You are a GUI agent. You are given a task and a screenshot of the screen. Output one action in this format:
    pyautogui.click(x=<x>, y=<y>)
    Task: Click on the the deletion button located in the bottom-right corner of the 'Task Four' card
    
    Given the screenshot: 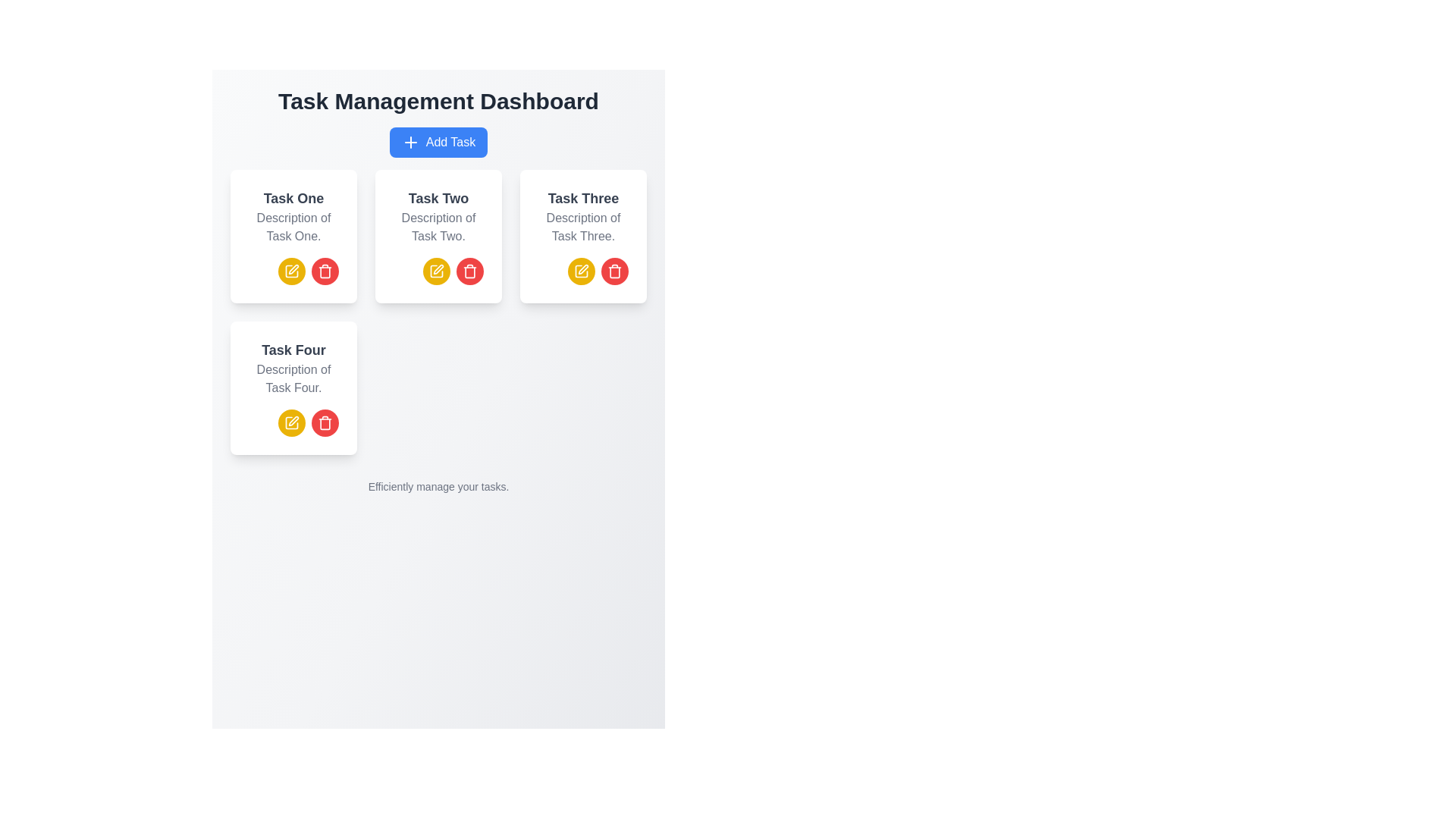 What is the action you would take?
    pyautogui.click(x=324, y=423)
    